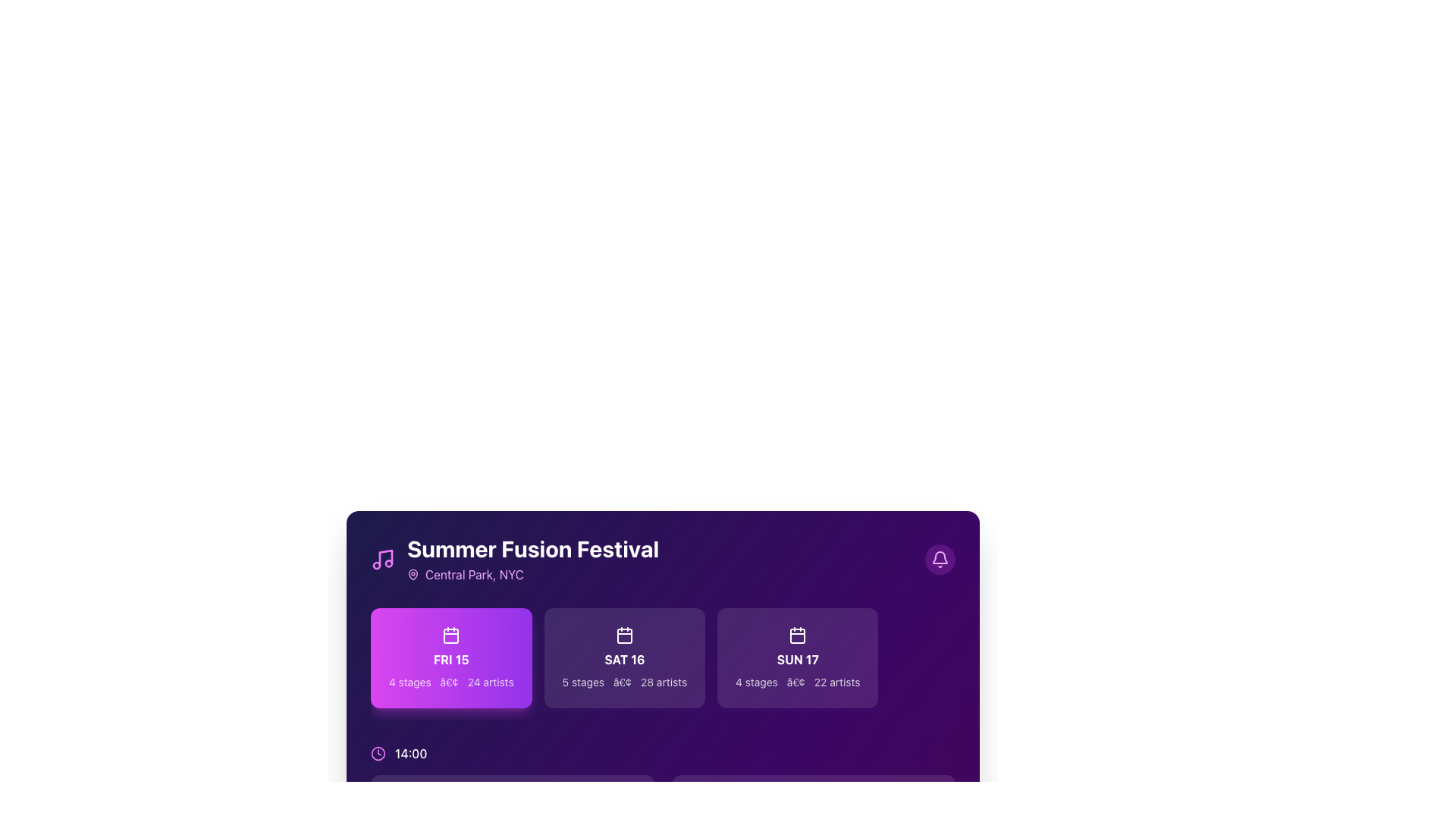  I want to click on the text label that provides information about the number of artists associated with the date and event, located in the bottom section of the purple box labeled 'FRI 15', so click(491, 681).